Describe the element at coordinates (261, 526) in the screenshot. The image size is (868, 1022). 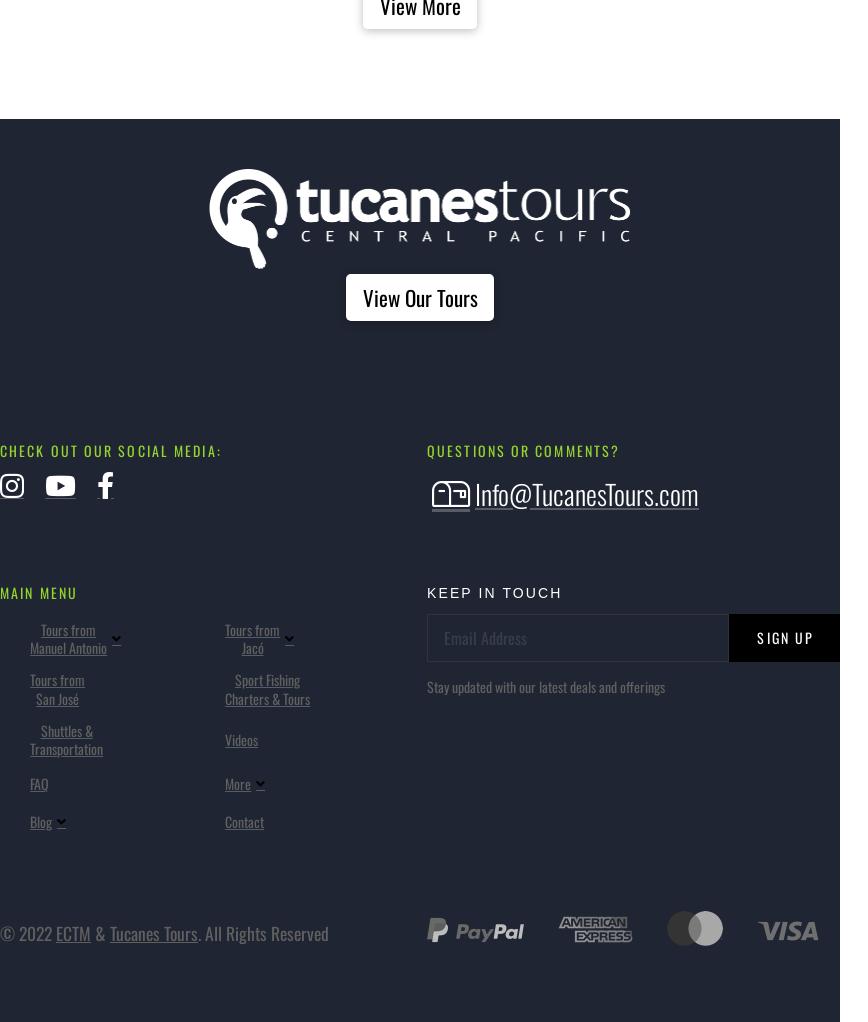
I see `'About'` at that location.